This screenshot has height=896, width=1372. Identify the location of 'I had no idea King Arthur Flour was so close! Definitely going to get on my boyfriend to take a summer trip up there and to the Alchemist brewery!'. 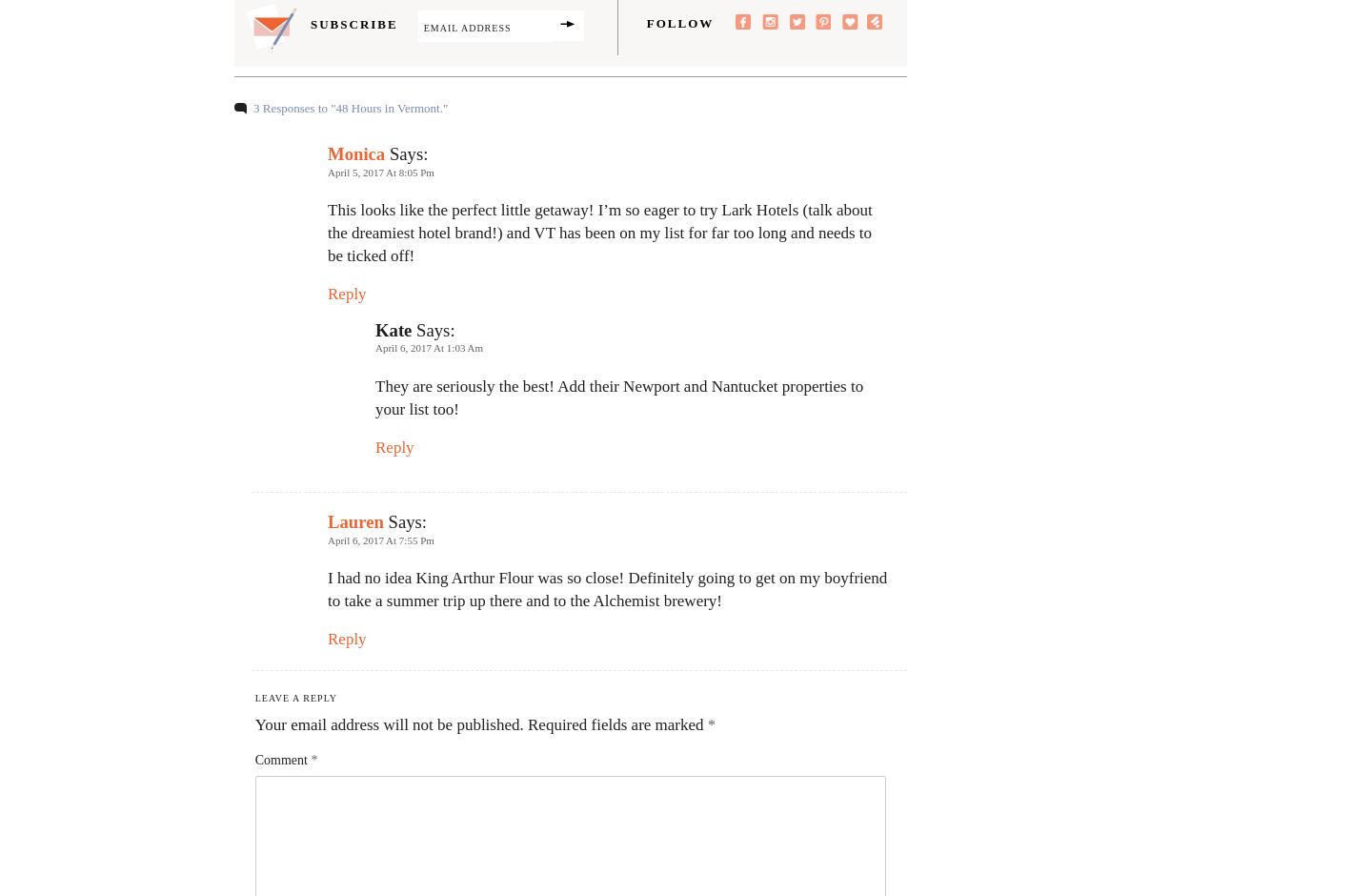
(606, 588).